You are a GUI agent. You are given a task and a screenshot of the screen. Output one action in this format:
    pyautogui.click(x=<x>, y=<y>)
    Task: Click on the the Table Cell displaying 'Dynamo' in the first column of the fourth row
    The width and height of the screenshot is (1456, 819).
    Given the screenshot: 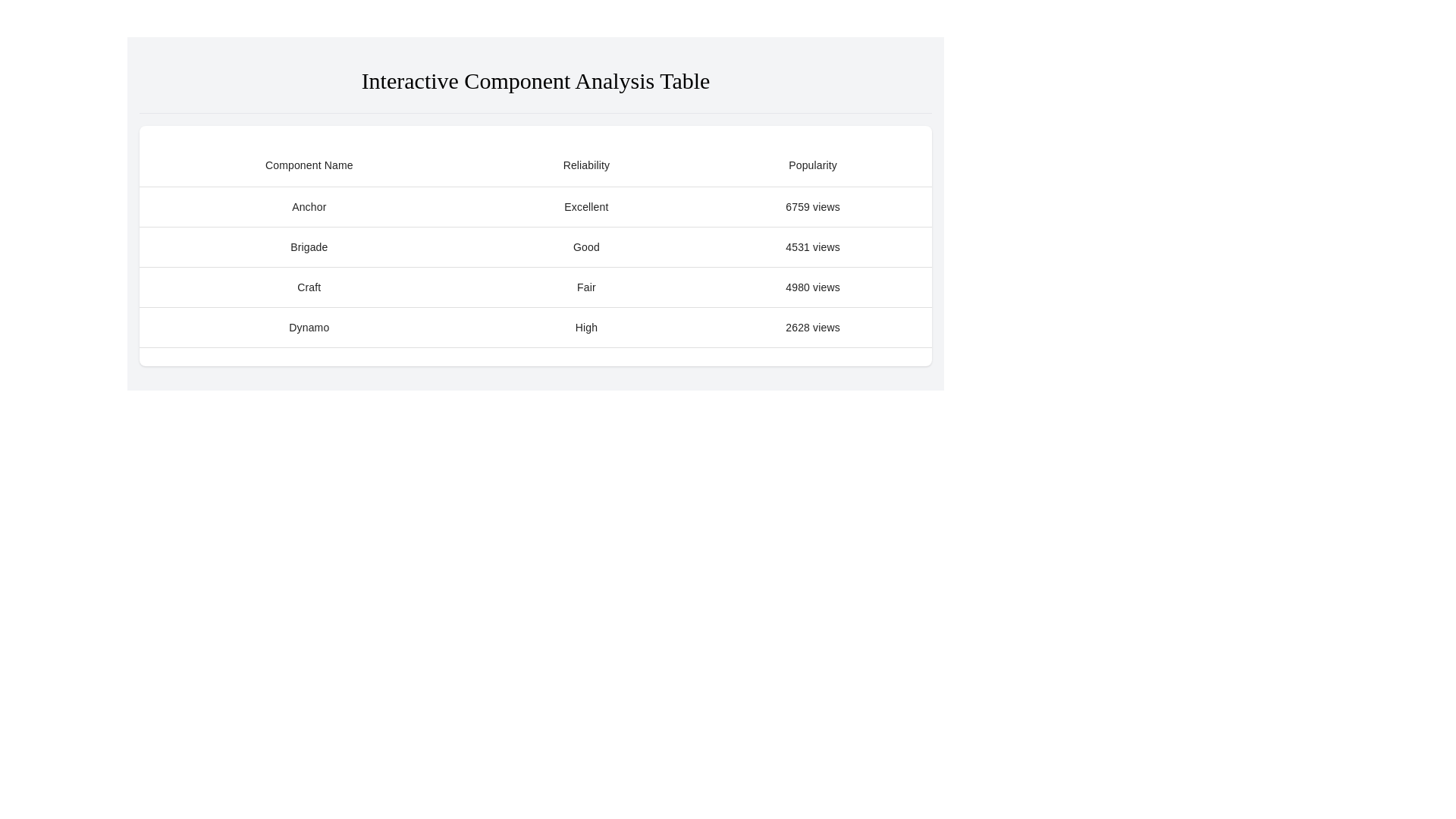 What is the action you would take?
    pyautogui.click(x=308, y=327)
    